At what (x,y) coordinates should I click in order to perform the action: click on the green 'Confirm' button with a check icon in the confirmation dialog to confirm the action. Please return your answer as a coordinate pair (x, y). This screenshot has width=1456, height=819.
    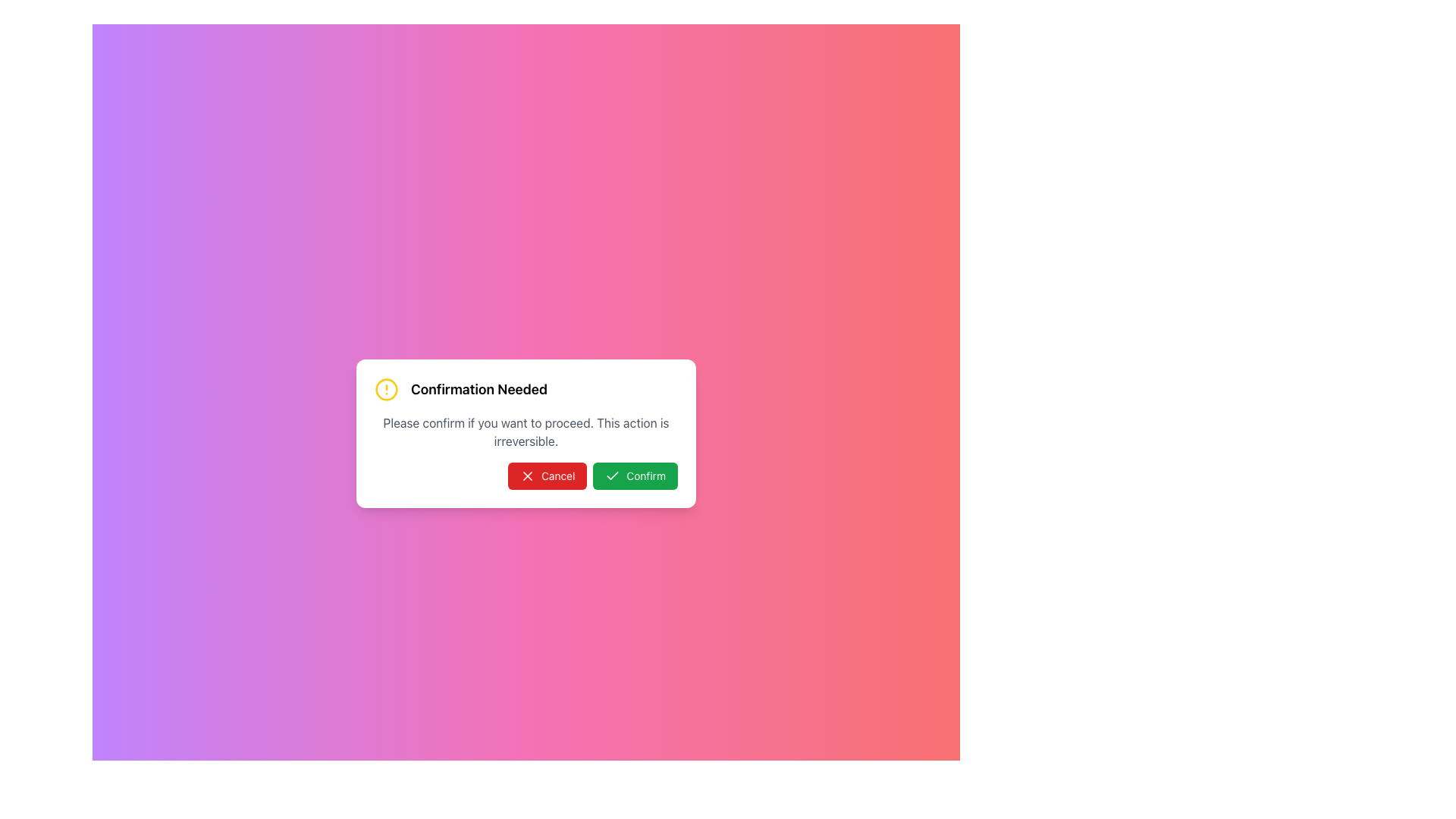
    Looking at the image, I should click on (635, 475).